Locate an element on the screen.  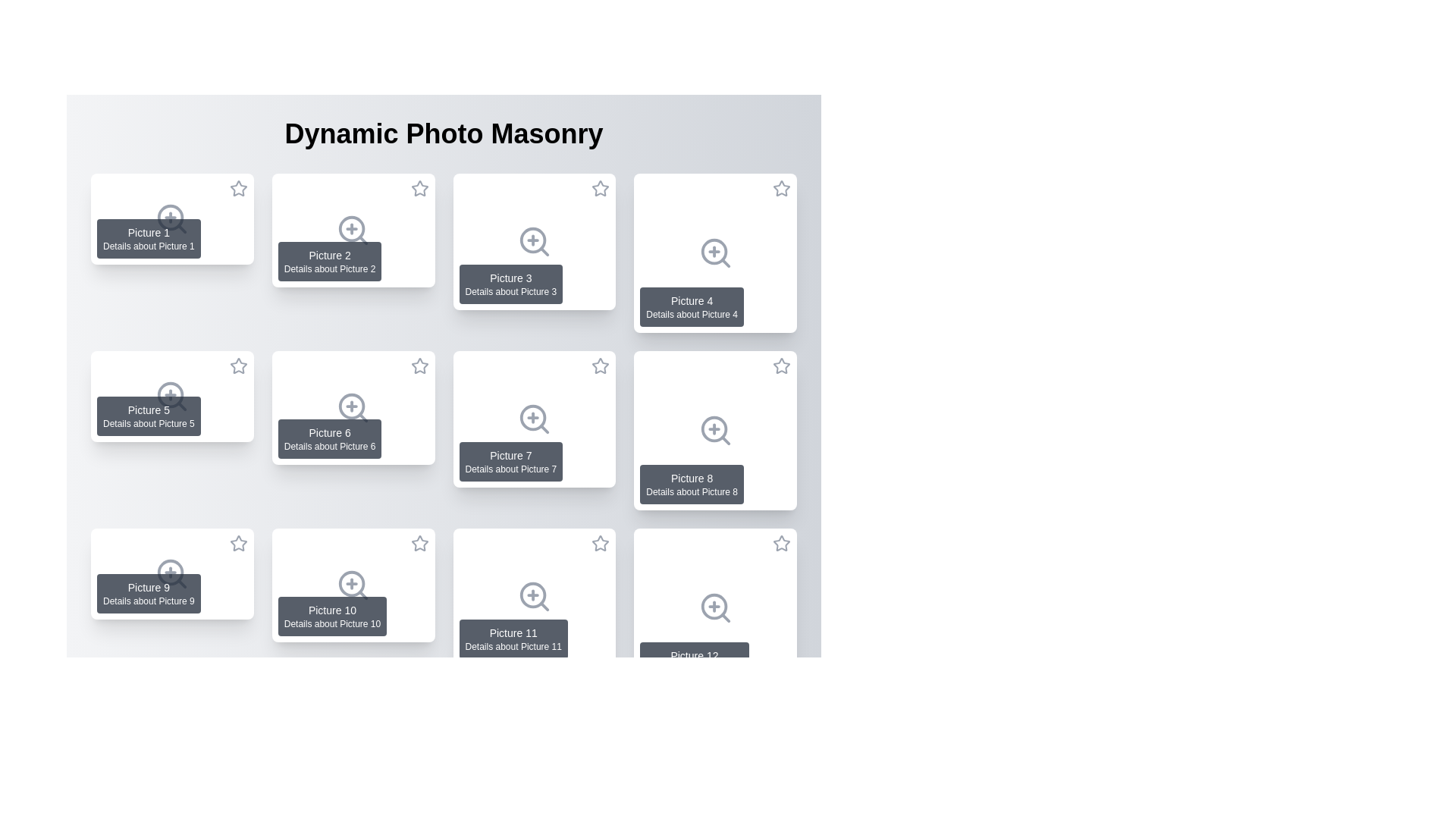
the text label displaying 'Details about Picture 4' is located at coordinates (691, 314).